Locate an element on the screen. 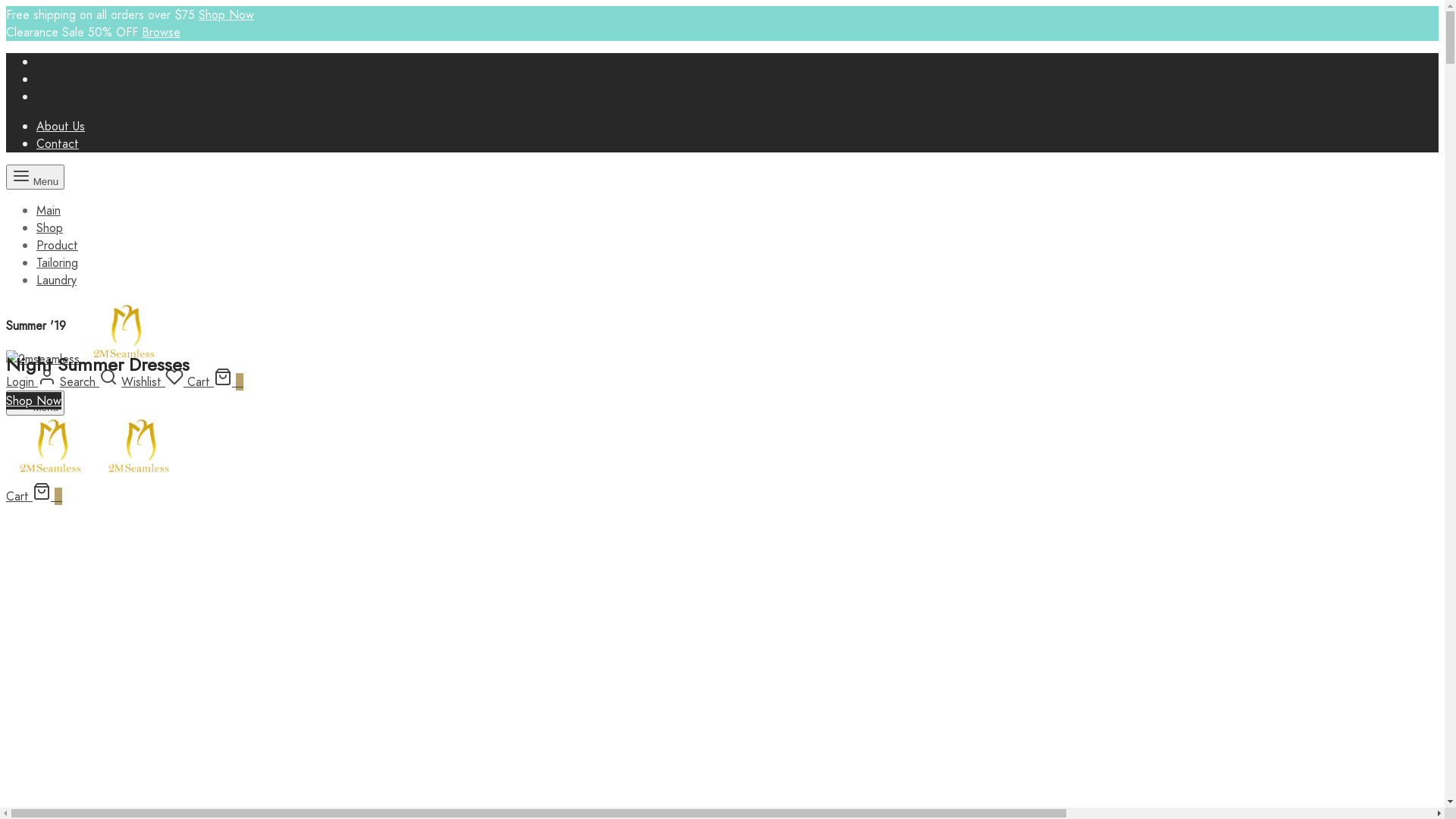 This screenshot has width=1456, height=819. 'Laundry' is located at coordinates (56, 280).